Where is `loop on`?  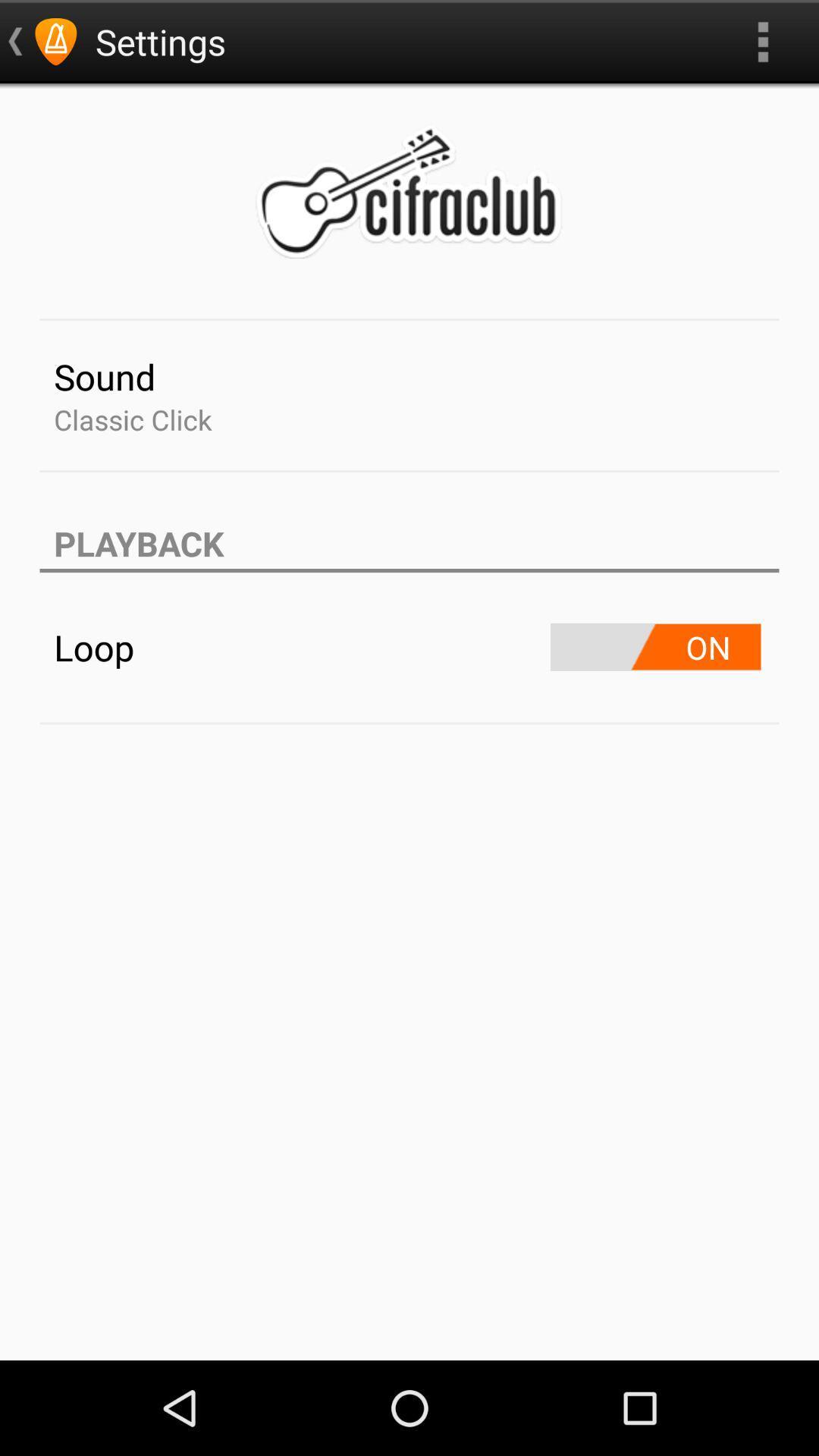 loop on is located at coordinates (654, 647).